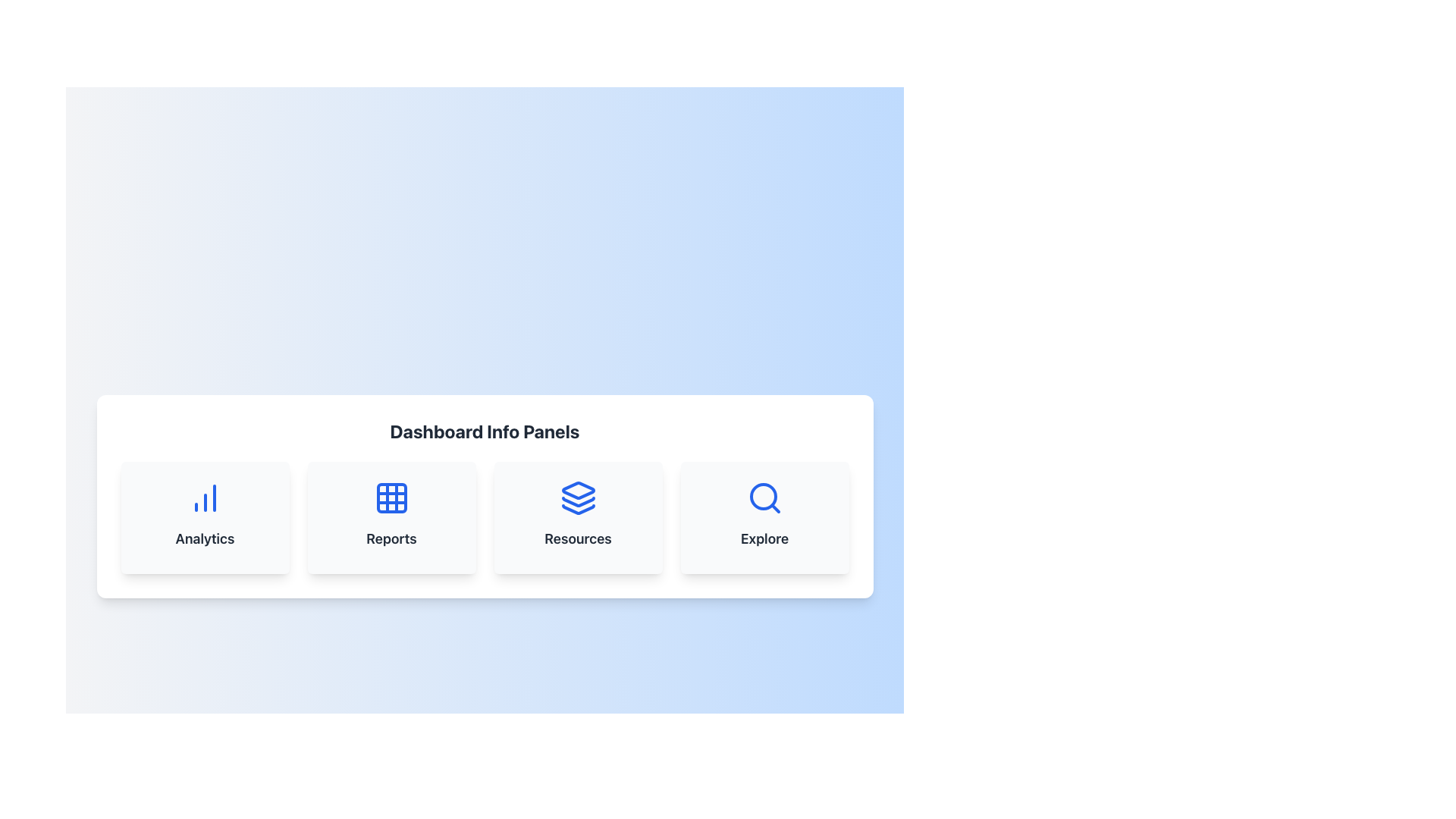 This screenshot has height=819, width=1456. Describe the element at coordinates (763, 497) in the screenshot. I see `the SVG Circle element that represents the lens of the magnifying glass in the Dashboard Info Panels, which is the fourth icon from the left` at that location.